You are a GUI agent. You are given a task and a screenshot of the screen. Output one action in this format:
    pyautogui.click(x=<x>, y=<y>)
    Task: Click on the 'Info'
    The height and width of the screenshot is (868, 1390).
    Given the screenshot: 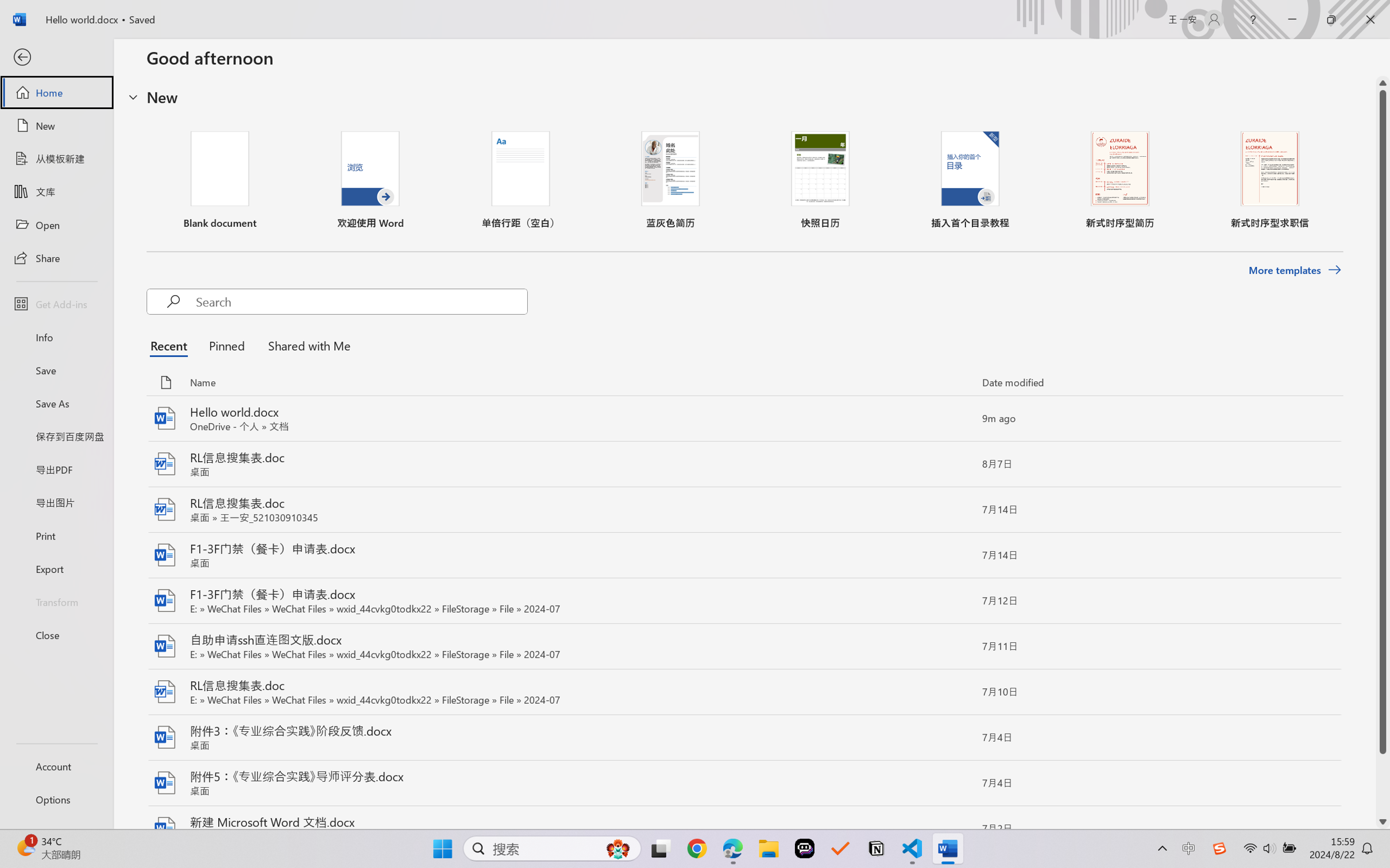 What is the action you would take?
    pyautogui.click(x=56, y=336)
    